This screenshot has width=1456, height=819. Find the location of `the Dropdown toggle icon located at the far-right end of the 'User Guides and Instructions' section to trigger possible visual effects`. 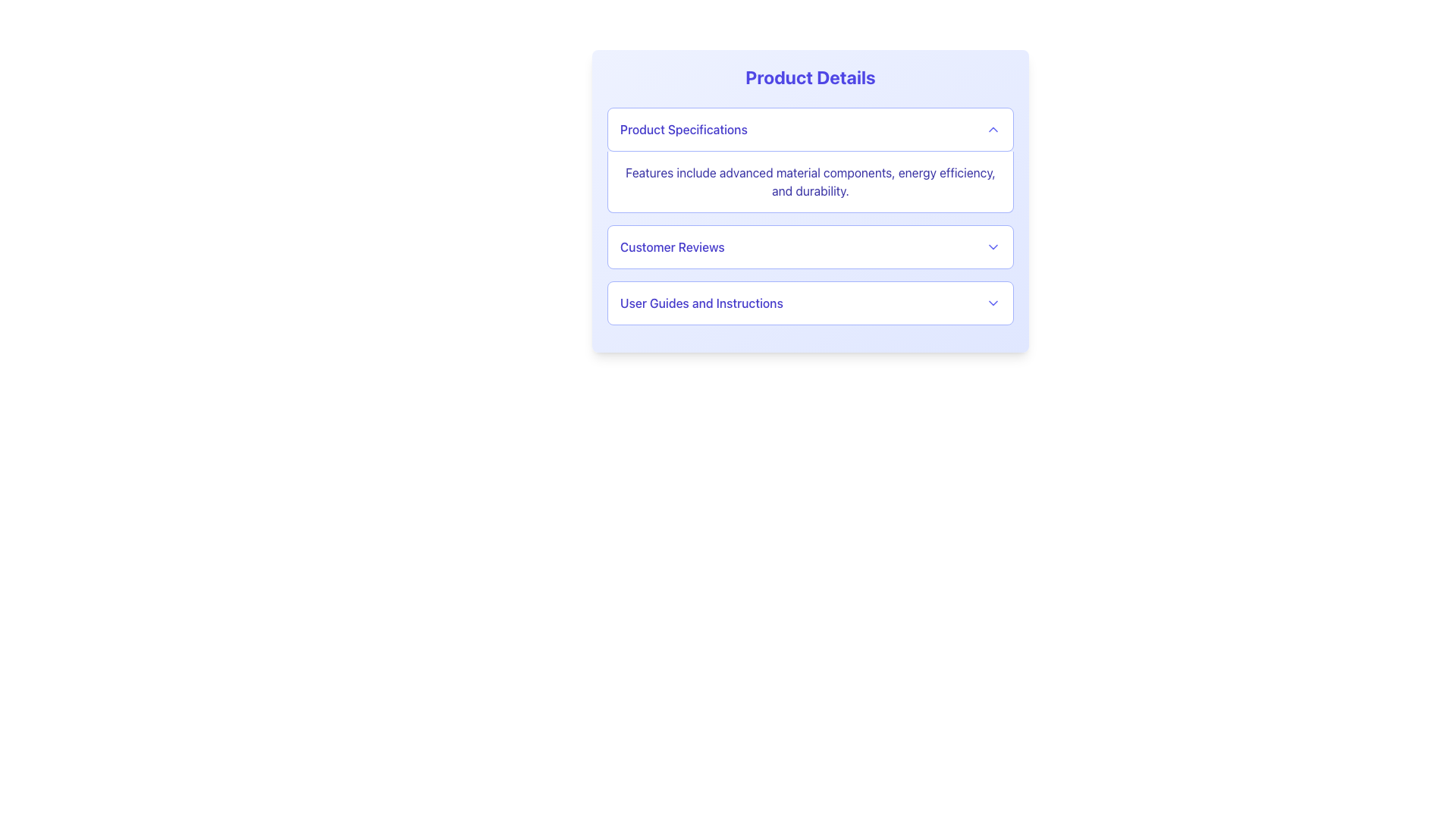

the Dropdown toggle icon located at the far-right end of the 'User Guides and Instructions' section to trigger possible visual effects is located at coordinates (993, 303).